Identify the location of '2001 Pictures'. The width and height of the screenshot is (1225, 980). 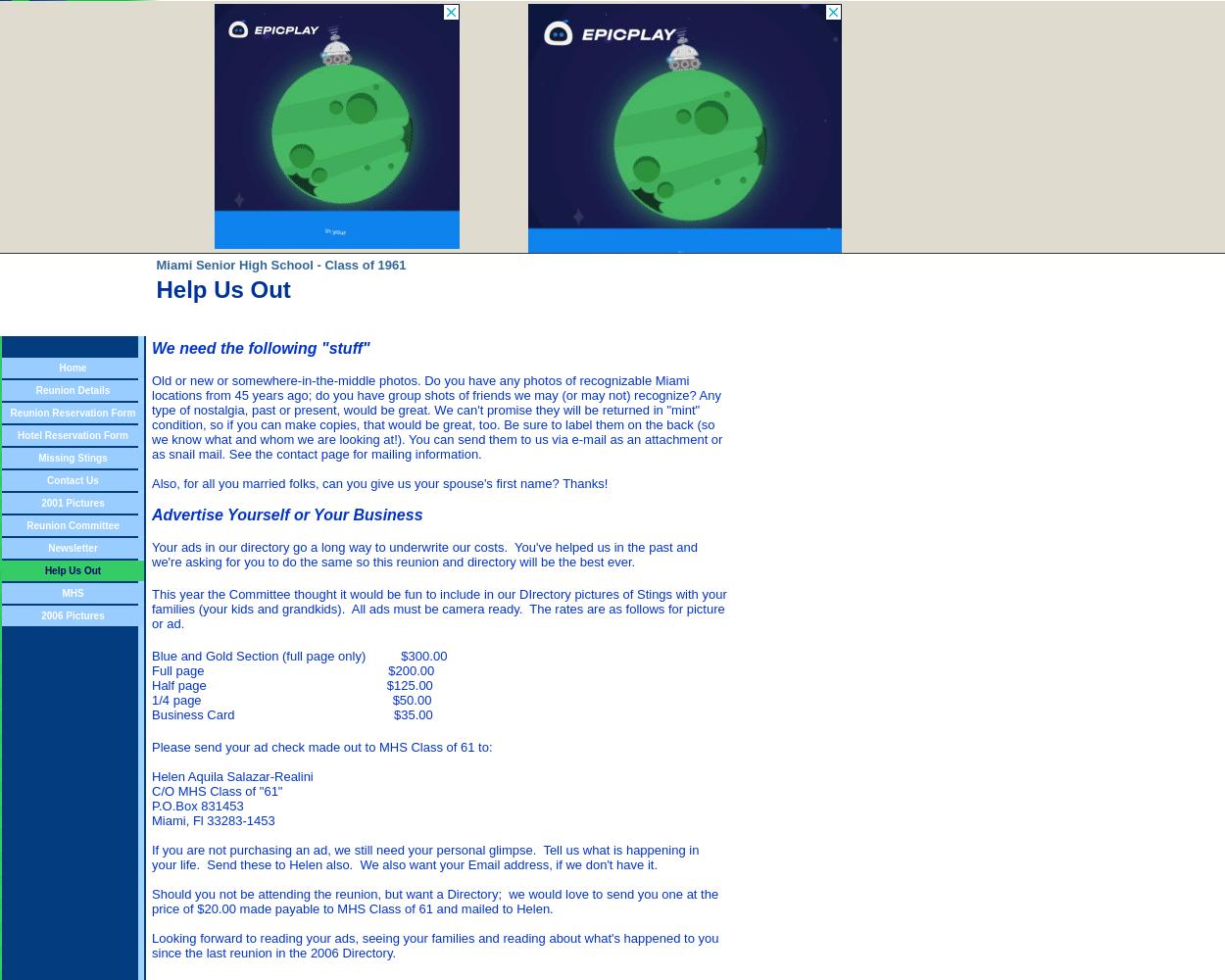
(72, 503).